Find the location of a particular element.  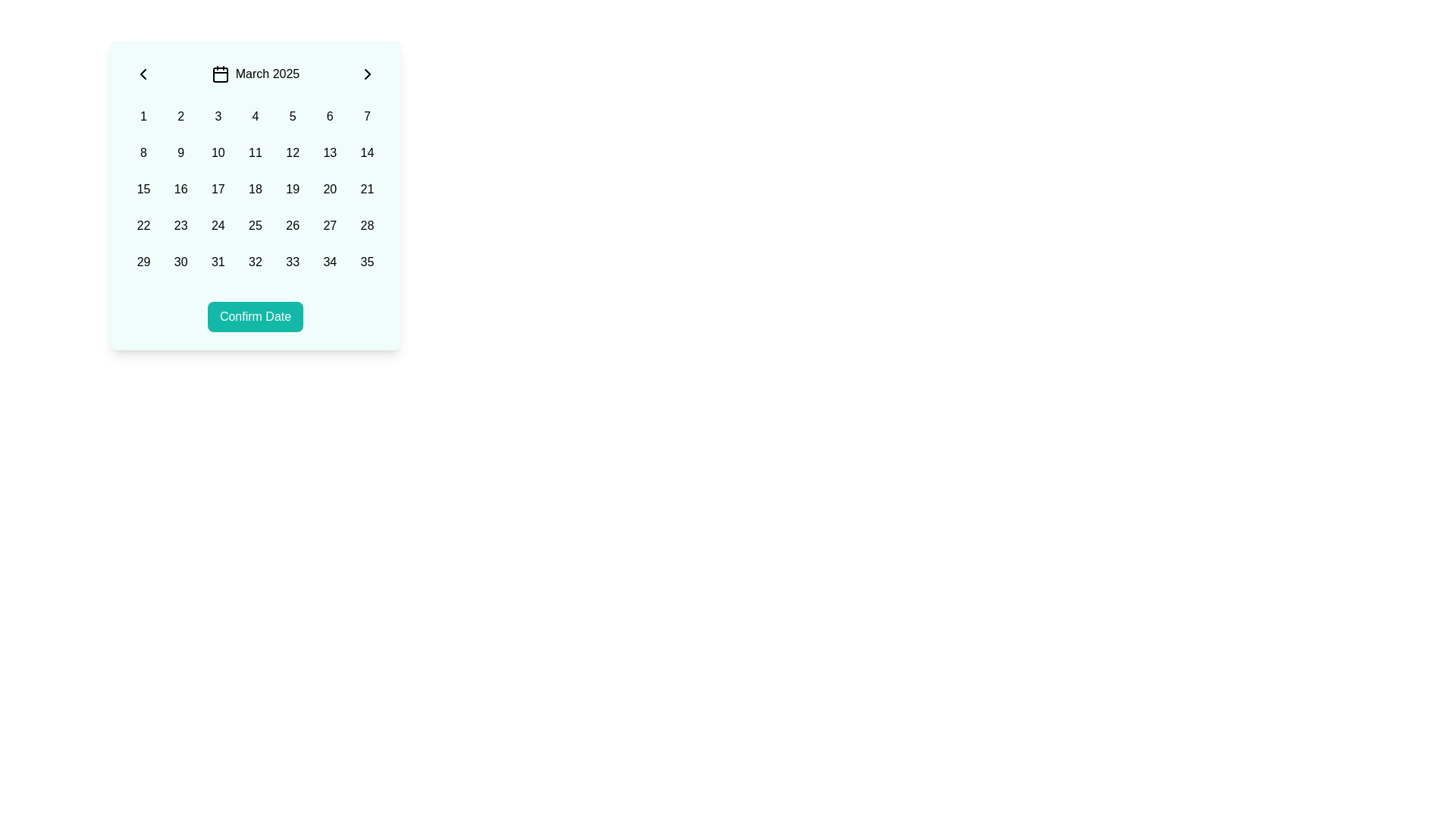

the dates in the Calendar Widget is located at coordinates (255, 195).